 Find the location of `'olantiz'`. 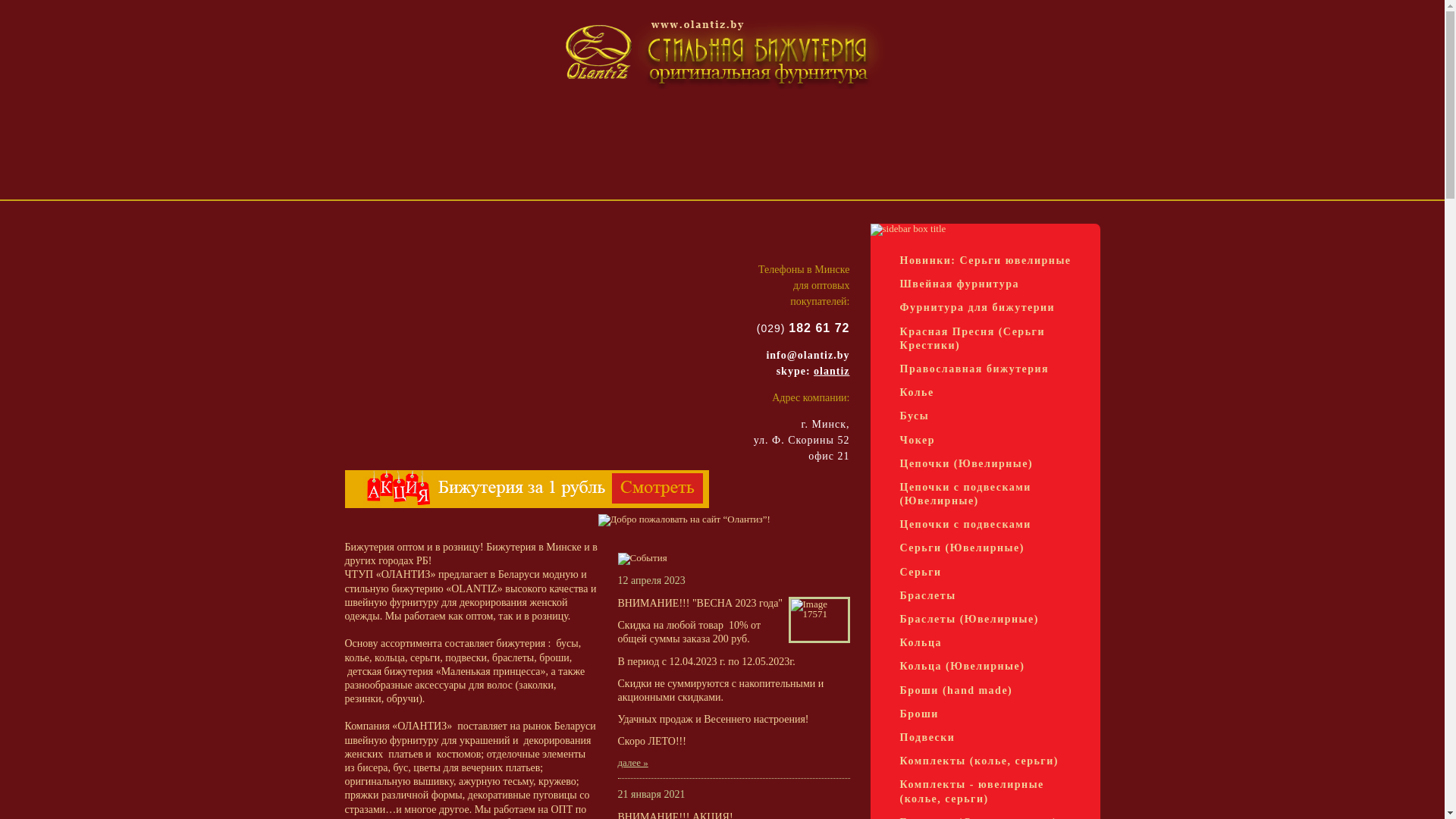

'olantiz' is located at coordinates (813, 371).